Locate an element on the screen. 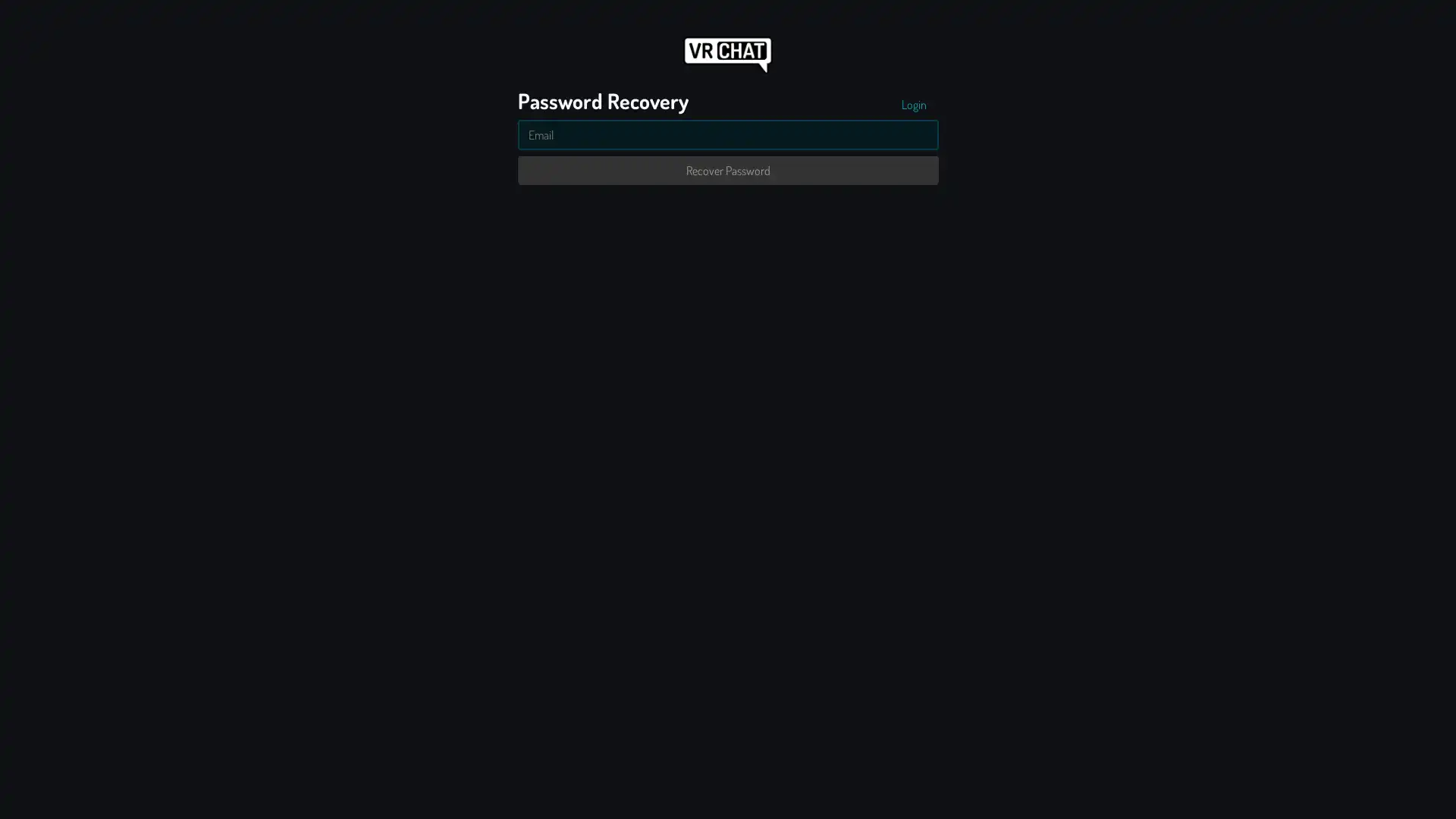 Image resolution: width=1456 pixels, height=819 pixels. Recover Password is located at coordinates (726, 170).